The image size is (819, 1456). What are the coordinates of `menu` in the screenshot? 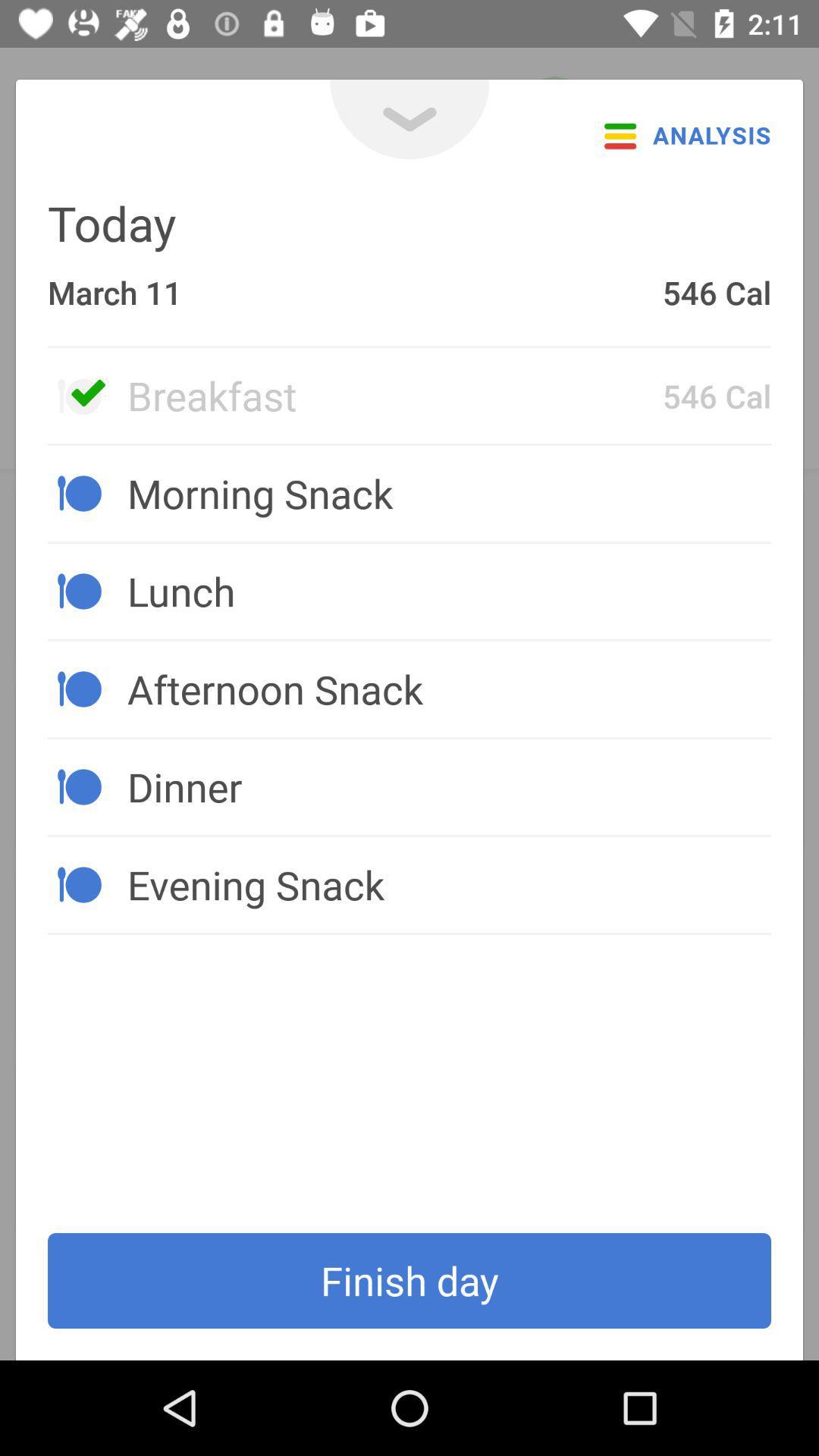 It's located at (409, 118).